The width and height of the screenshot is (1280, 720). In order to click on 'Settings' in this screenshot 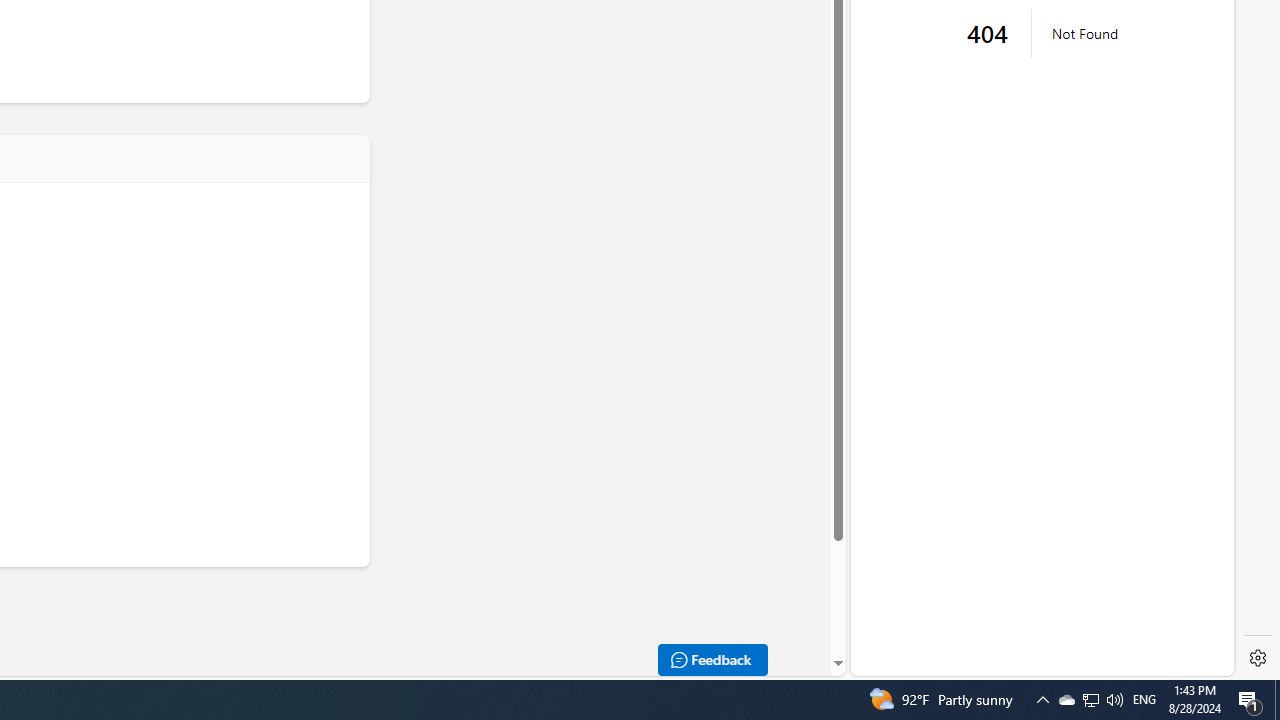, I will do `click(1257, 658)`.